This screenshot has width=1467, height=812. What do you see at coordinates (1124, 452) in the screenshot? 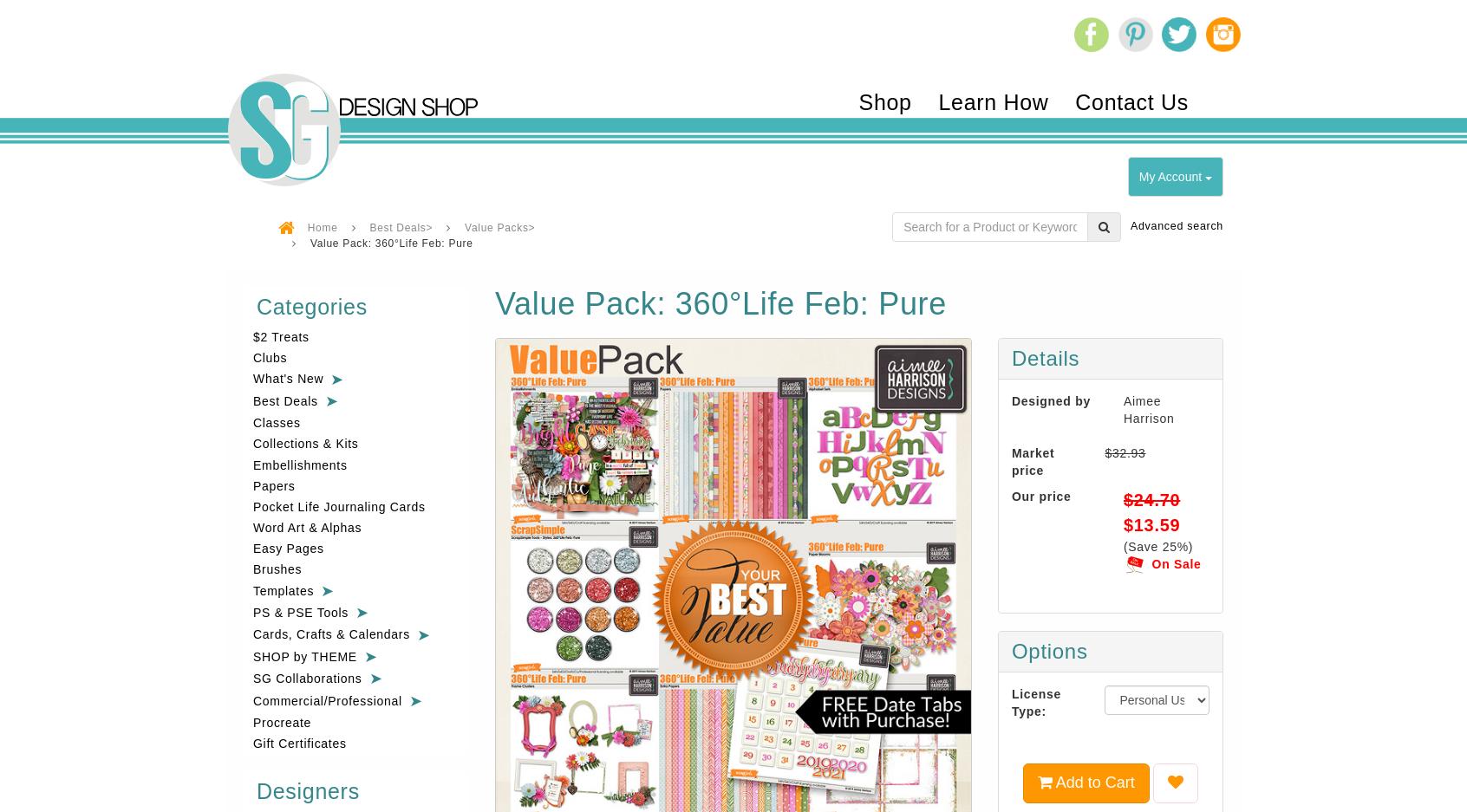
I see `'$32.93'` at bounding box center [1124, 452].